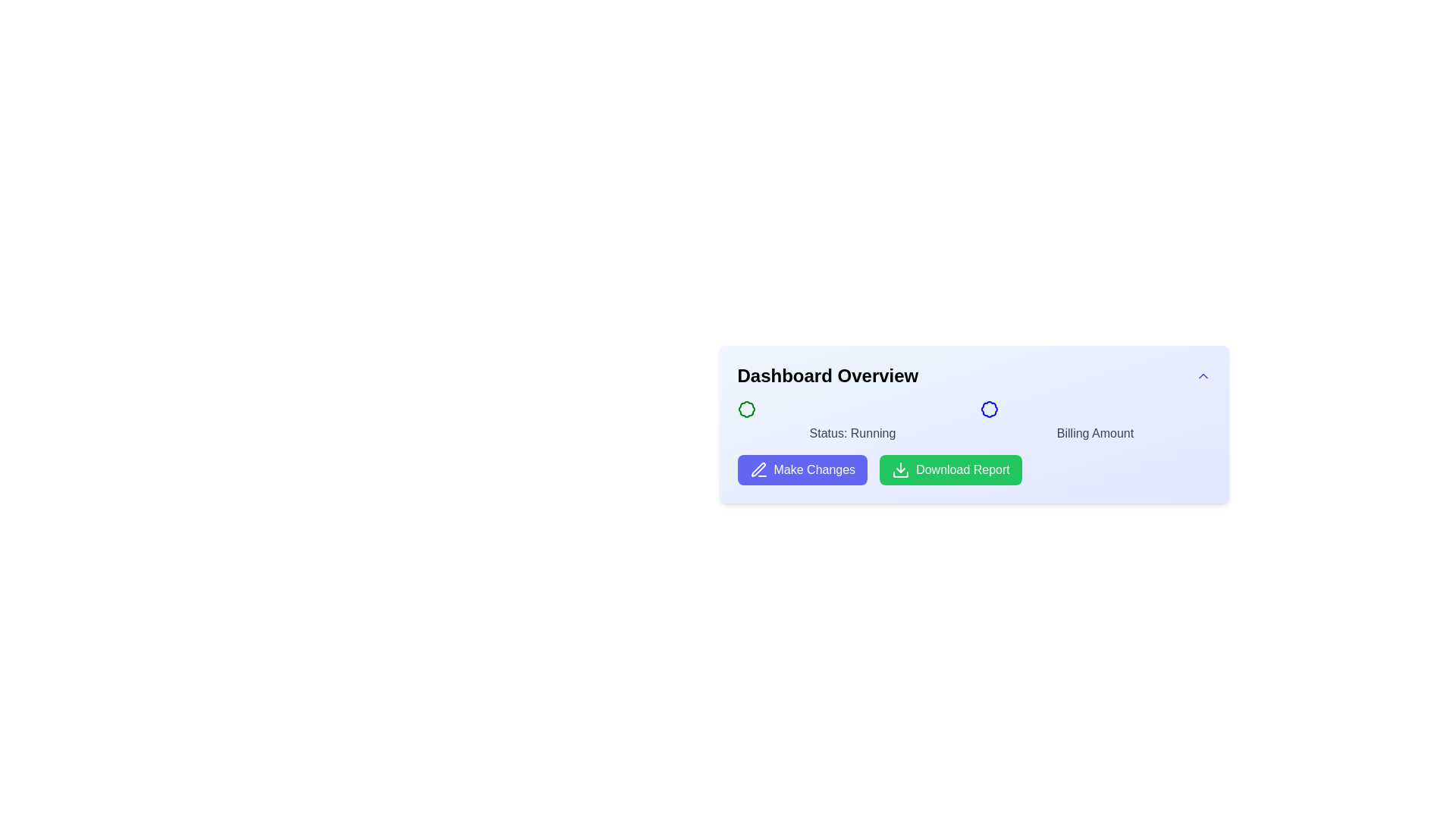  Describe the element at coordinates (852, 421) in the screenshot. I see `the text label displaying 'Status: Running', which is styled in a medium-sized, bold font and located below the 'Dashboard Overview' heading, adjacent to a green circular badge on the left` at that location.